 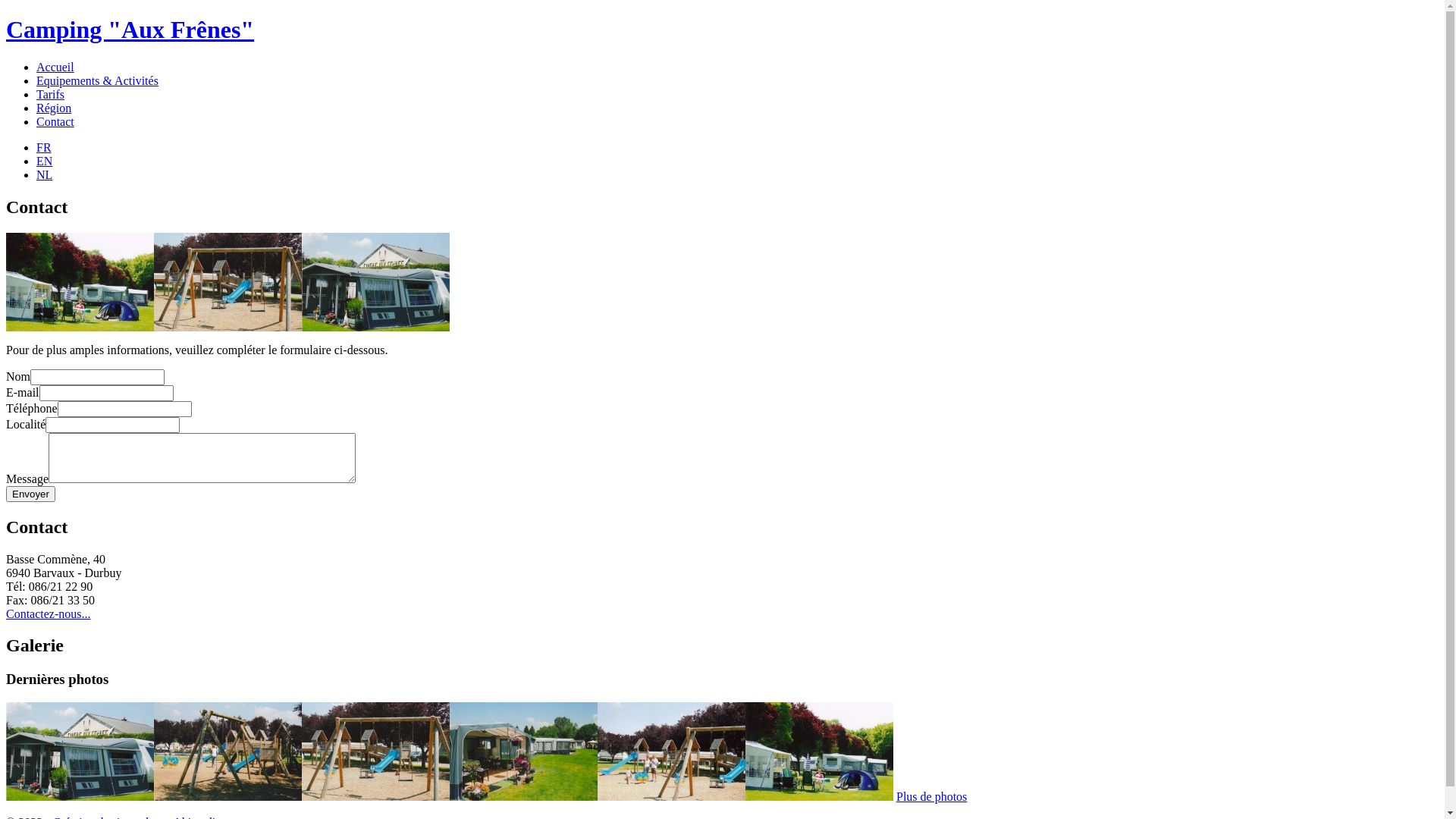 I want to click on 'EN', so click(x=44, y=161).